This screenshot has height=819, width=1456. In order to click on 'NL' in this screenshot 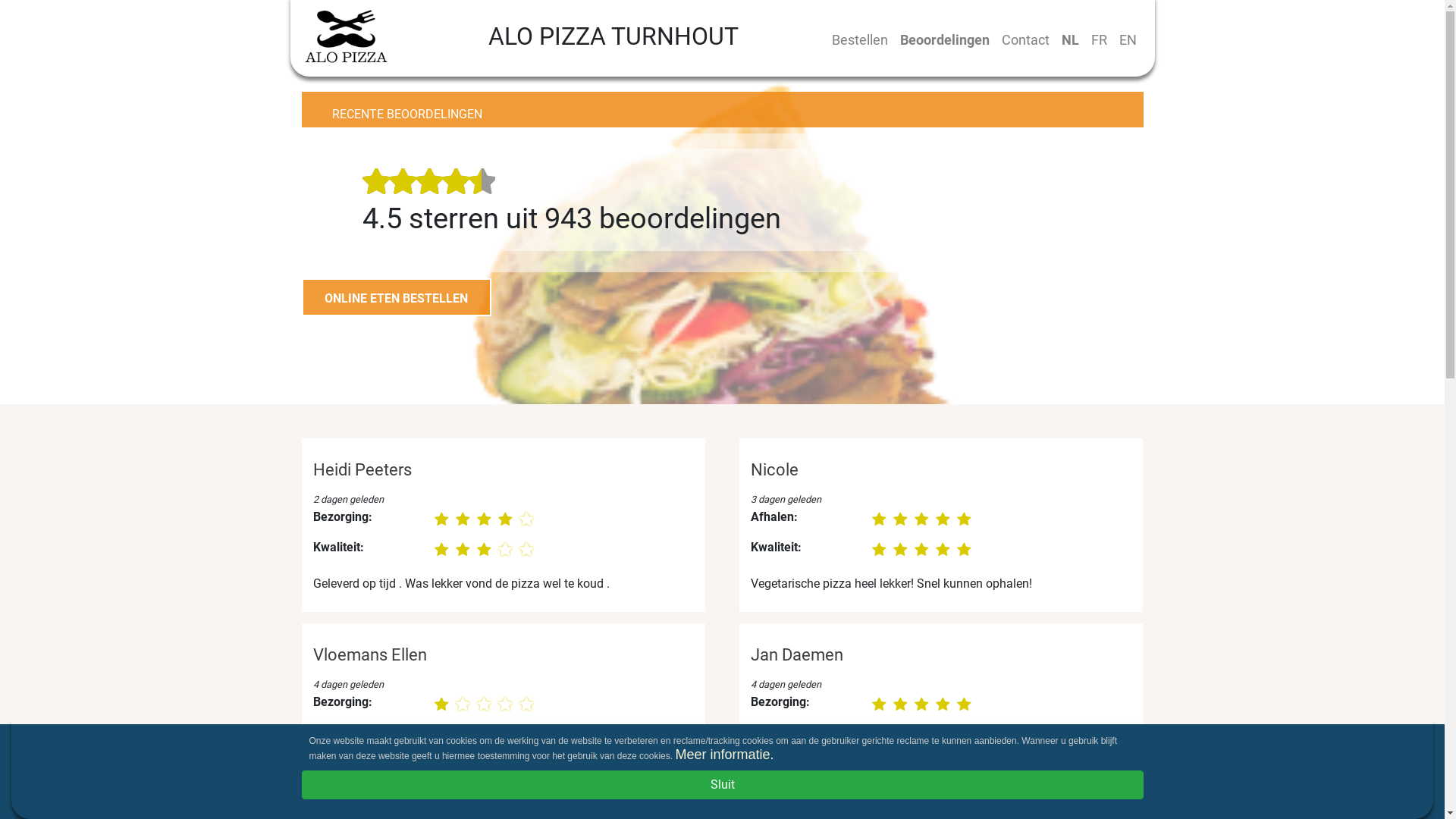, I will do `click(1069, 39)`.